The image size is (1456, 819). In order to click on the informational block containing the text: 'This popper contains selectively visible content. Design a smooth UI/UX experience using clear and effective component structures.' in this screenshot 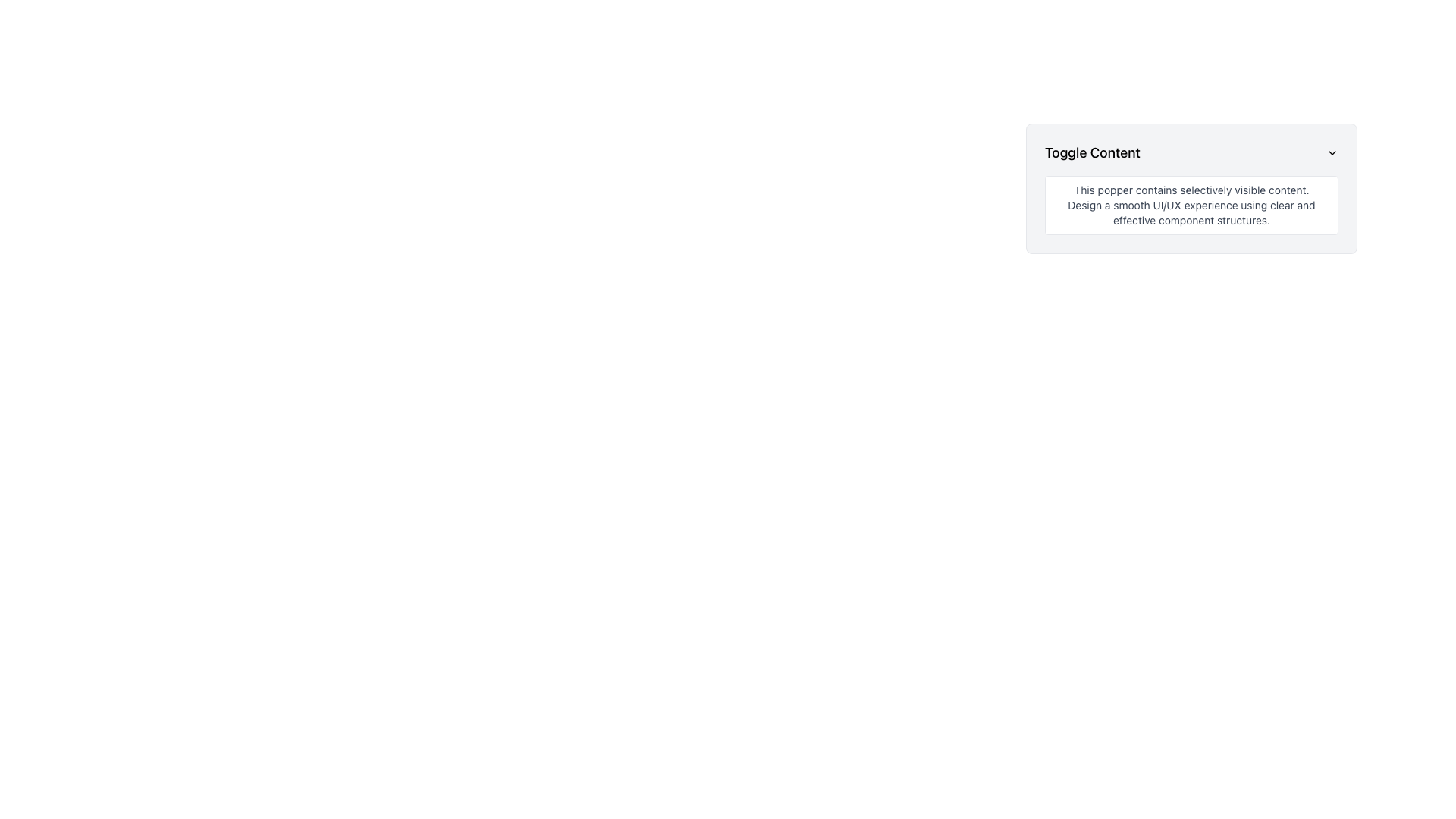, I will do `click(1191, 205)`.